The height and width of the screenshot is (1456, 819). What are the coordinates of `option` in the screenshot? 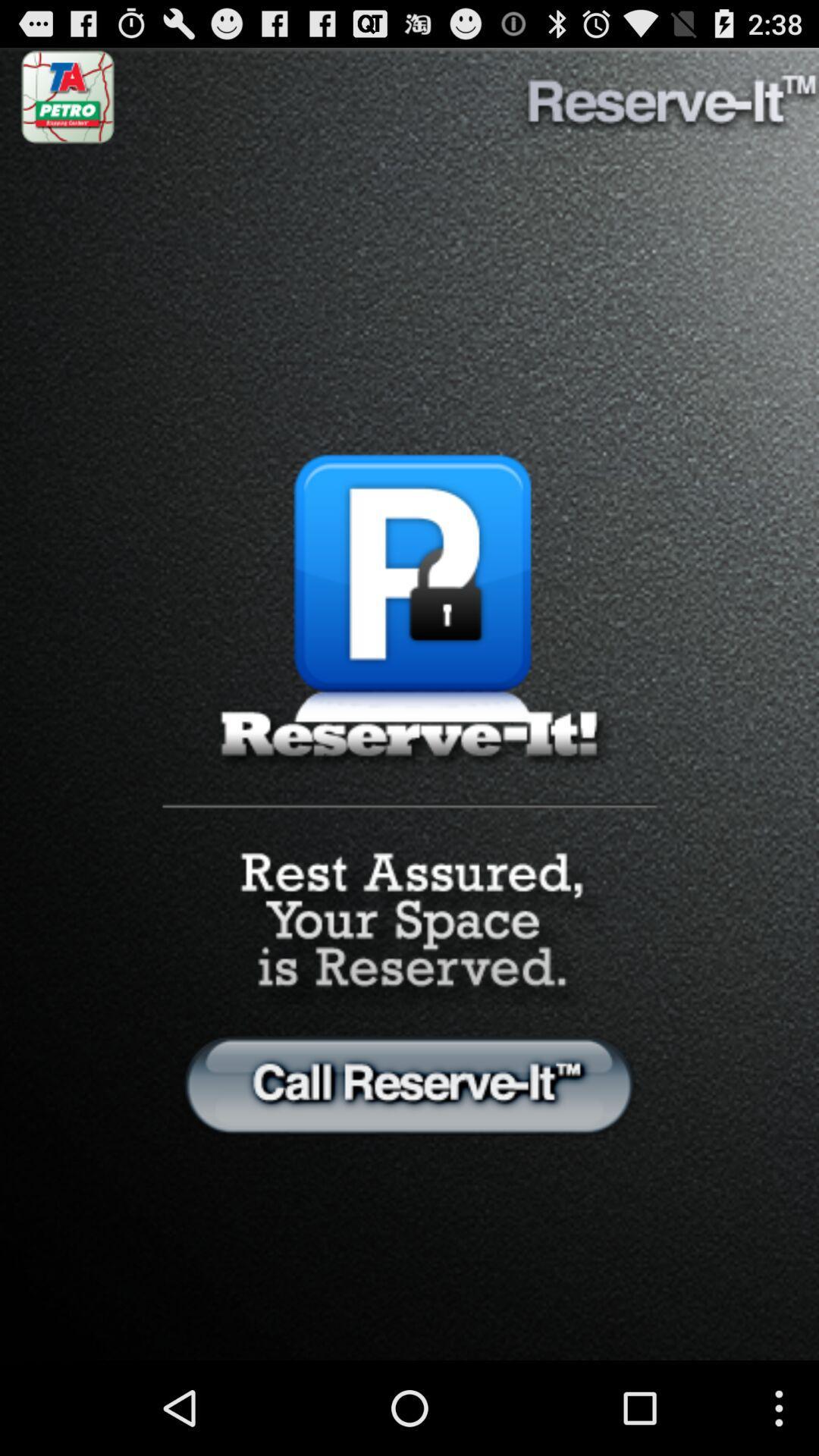 It's located at (409, 1084).